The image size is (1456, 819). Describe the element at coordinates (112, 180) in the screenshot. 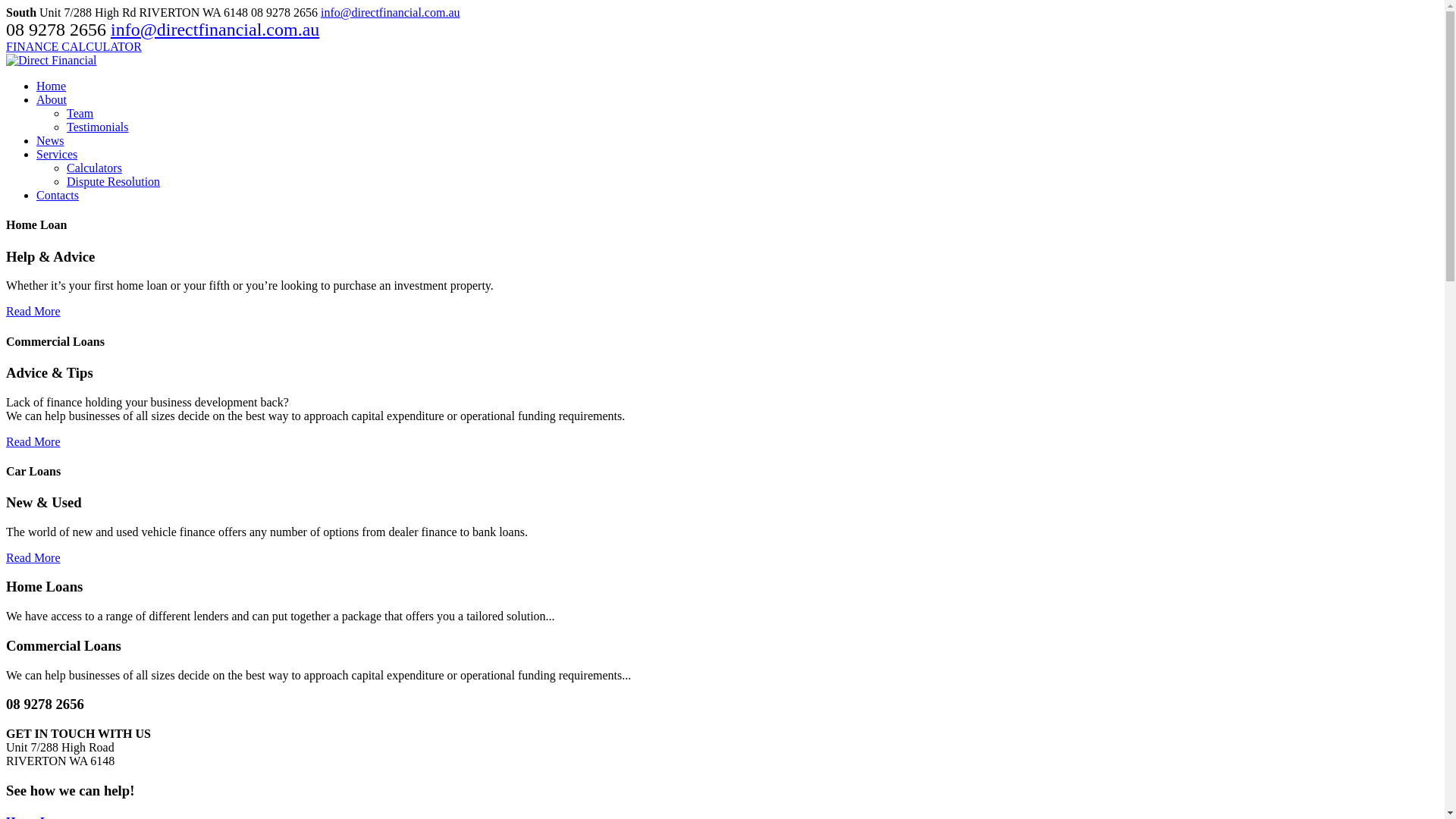

I see `'Dispute Resolution'` at that location.